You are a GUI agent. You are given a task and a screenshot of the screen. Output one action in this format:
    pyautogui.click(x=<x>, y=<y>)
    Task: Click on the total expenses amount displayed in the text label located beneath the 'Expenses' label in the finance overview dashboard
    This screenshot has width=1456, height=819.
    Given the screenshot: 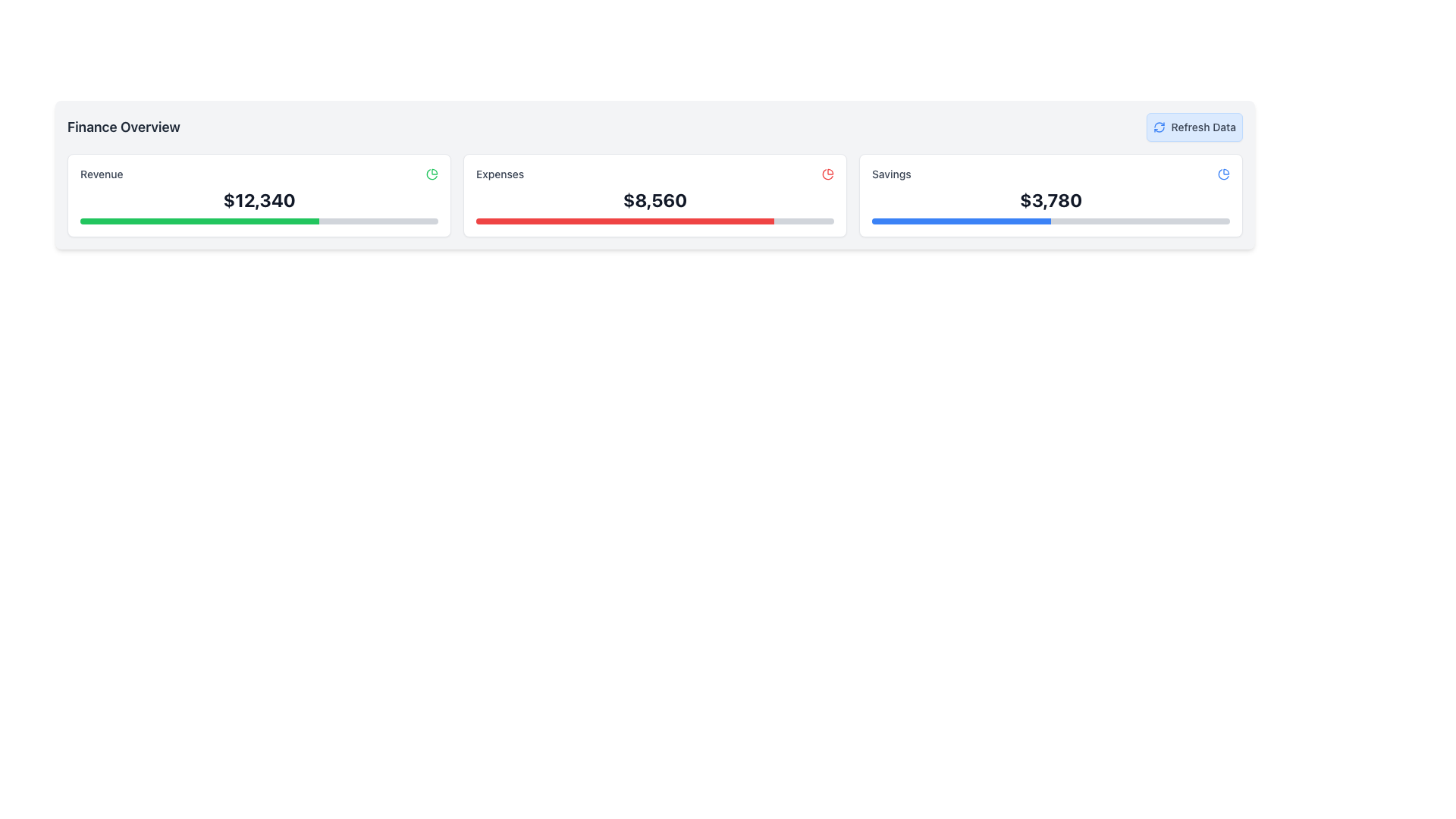 What is the action you would take?
    pyautogui.click(x=655, y=199)
    